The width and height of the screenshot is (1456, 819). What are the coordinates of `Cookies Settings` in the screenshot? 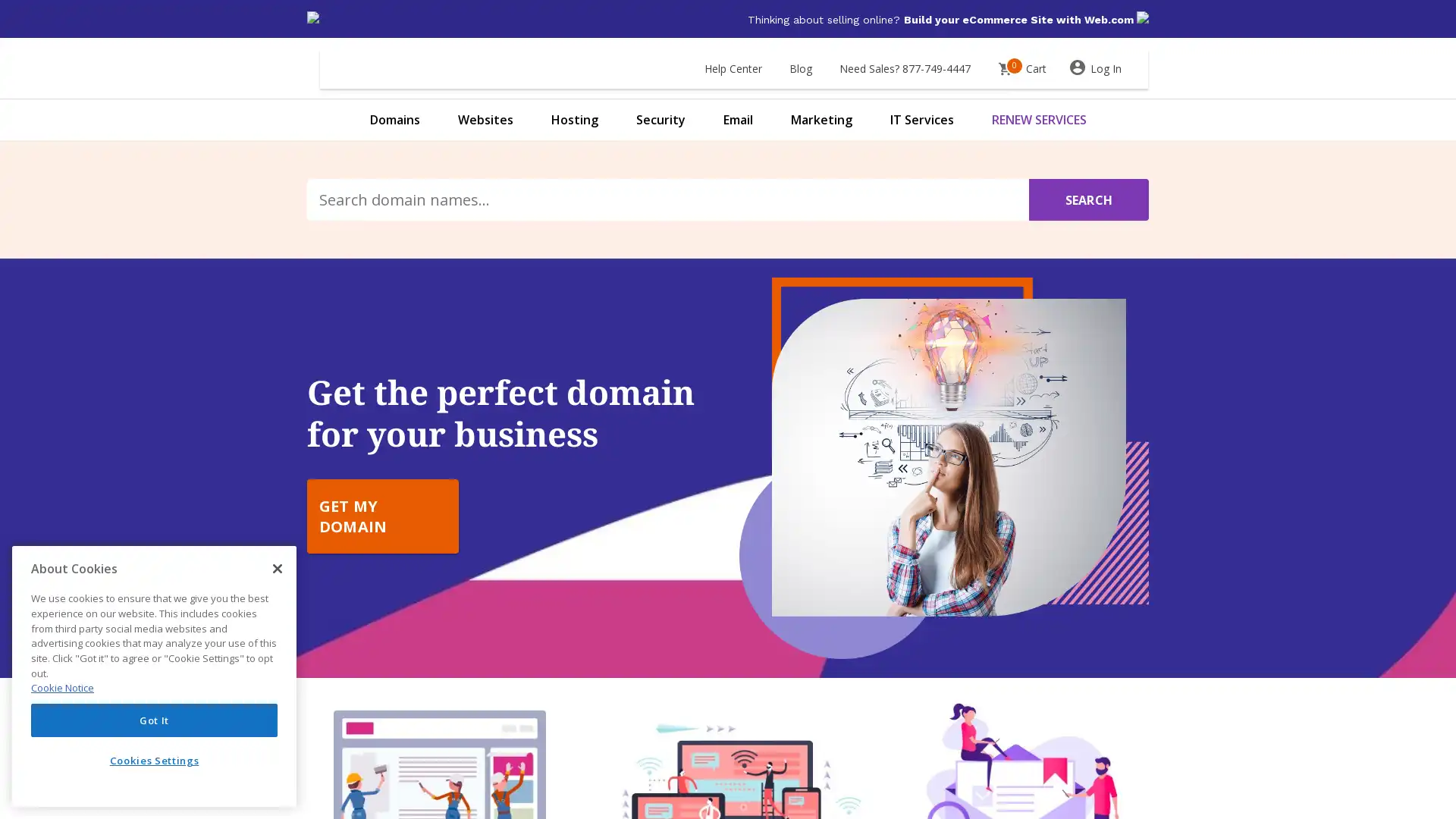 It's located at (154, 760).